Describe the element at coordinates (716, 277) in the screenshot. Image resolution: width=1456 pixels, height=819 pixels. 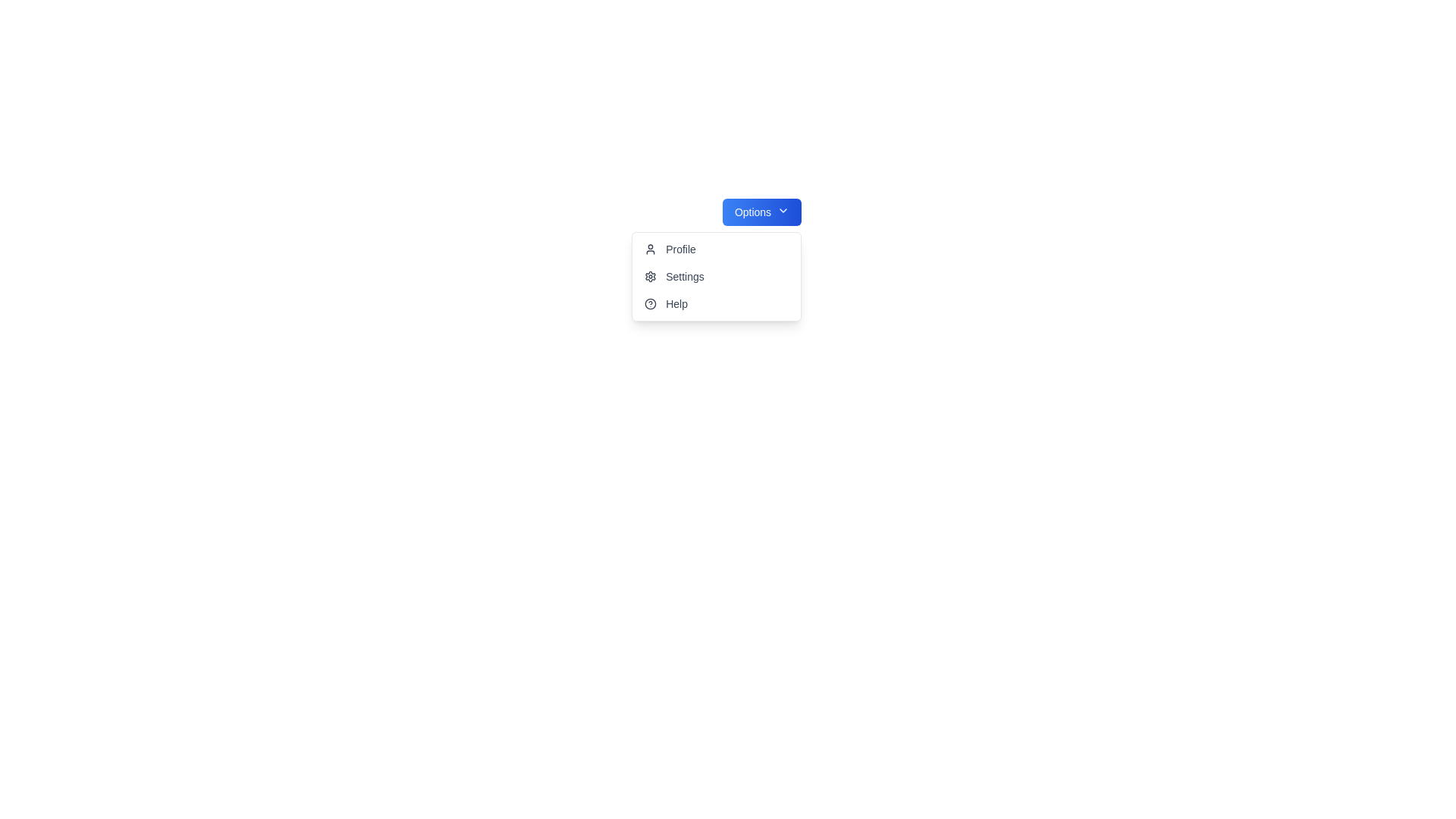
I see `the settings button located in the dropdown menu, positioned between the 'Profile' and 'Help' items` at that location.